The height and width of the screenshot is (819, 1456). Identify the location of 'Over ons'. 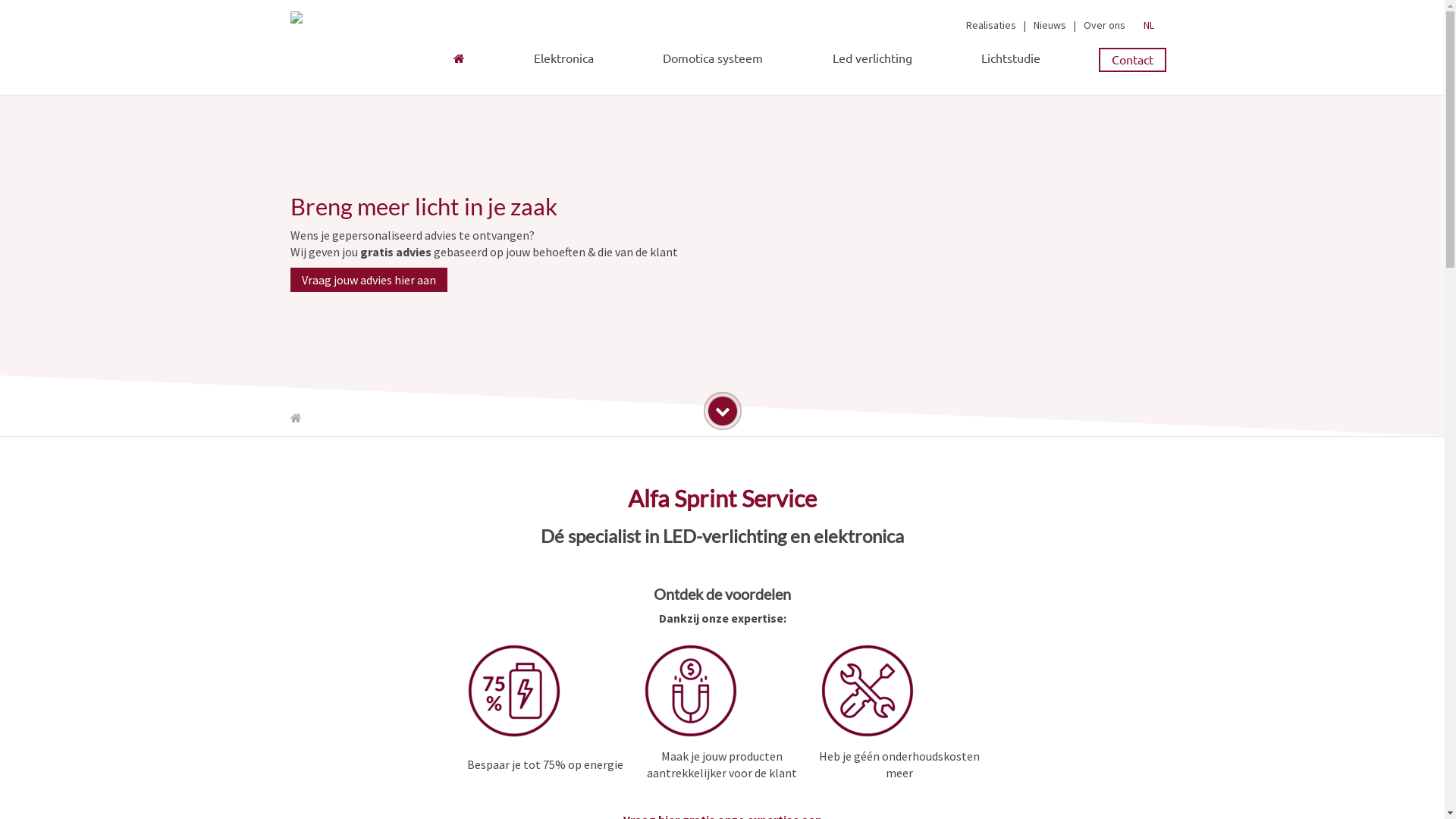
(1103, 25).